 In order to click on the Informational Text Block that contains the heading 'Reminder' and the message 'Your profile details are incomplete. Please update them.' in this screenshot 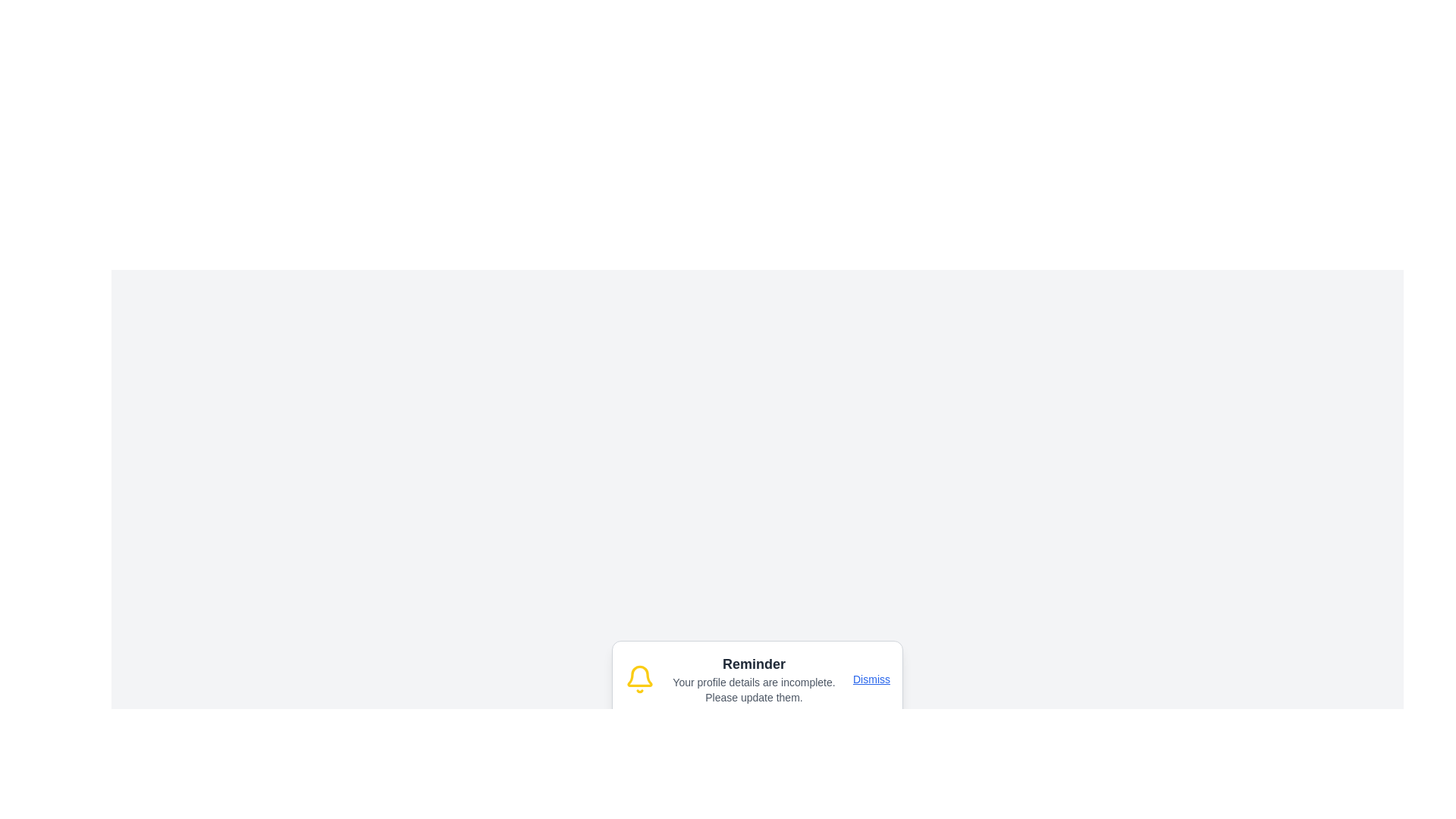, I will do `click(754, 678)`.